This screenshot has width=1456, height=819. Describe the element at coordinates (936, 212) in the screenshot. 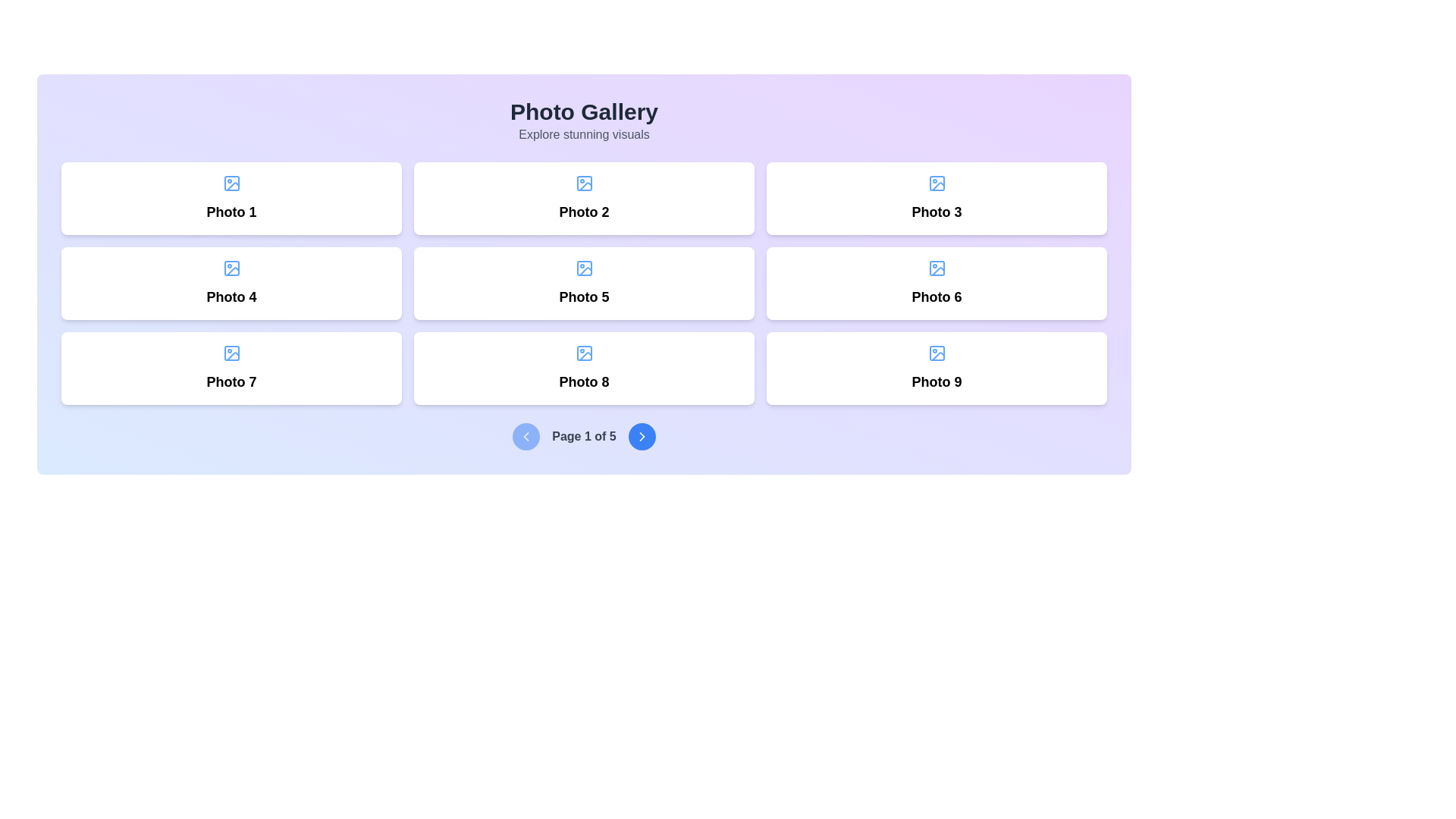

I see `the text label that identifies the card associated with 'Photo 3', located in the third card of a 3x3 grid layout, directly below the image icon` at that location.